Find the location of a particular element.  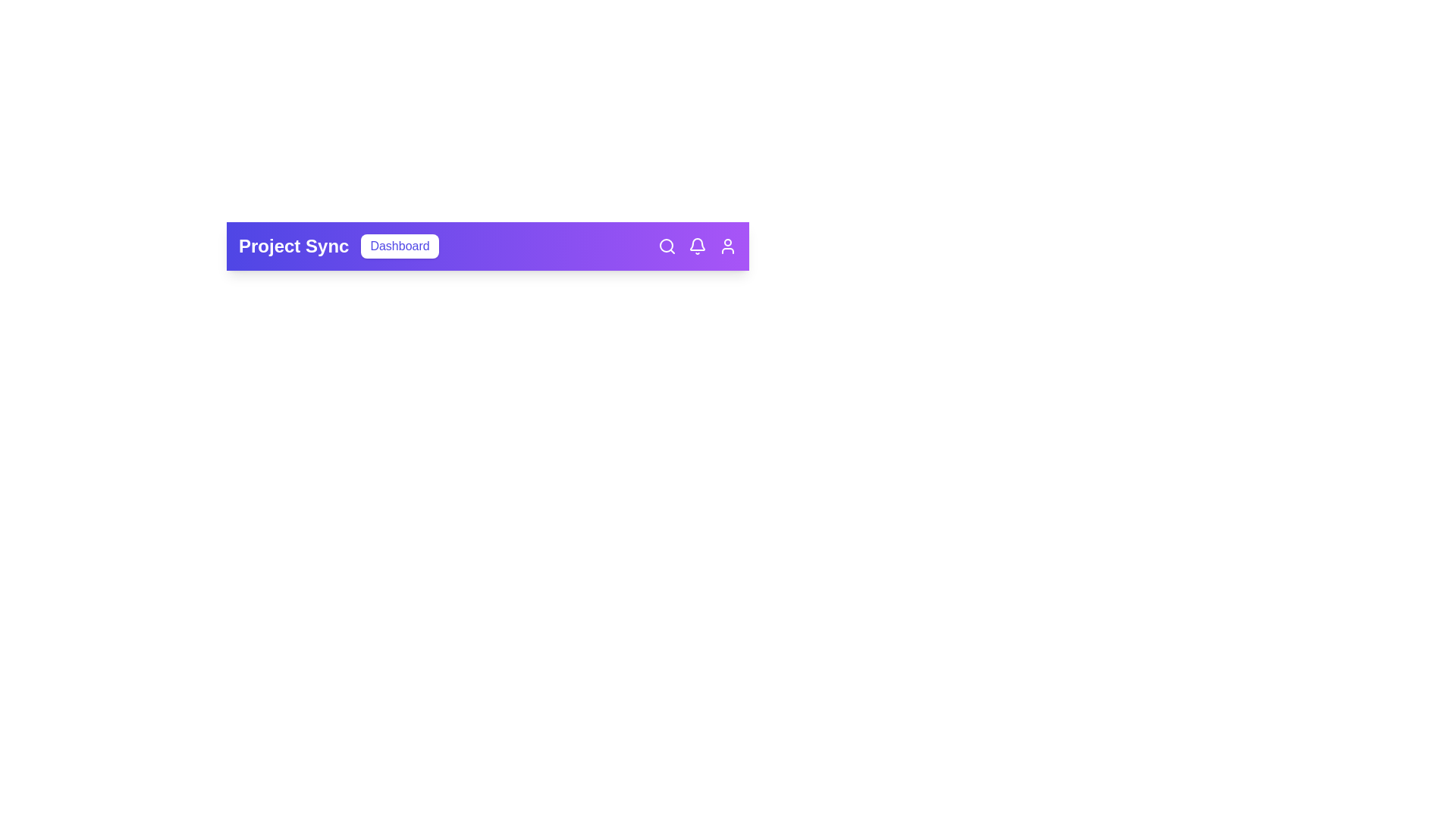

the 'Bell' icon in the EnhancedAppBar is located at coordinates (697, 245).